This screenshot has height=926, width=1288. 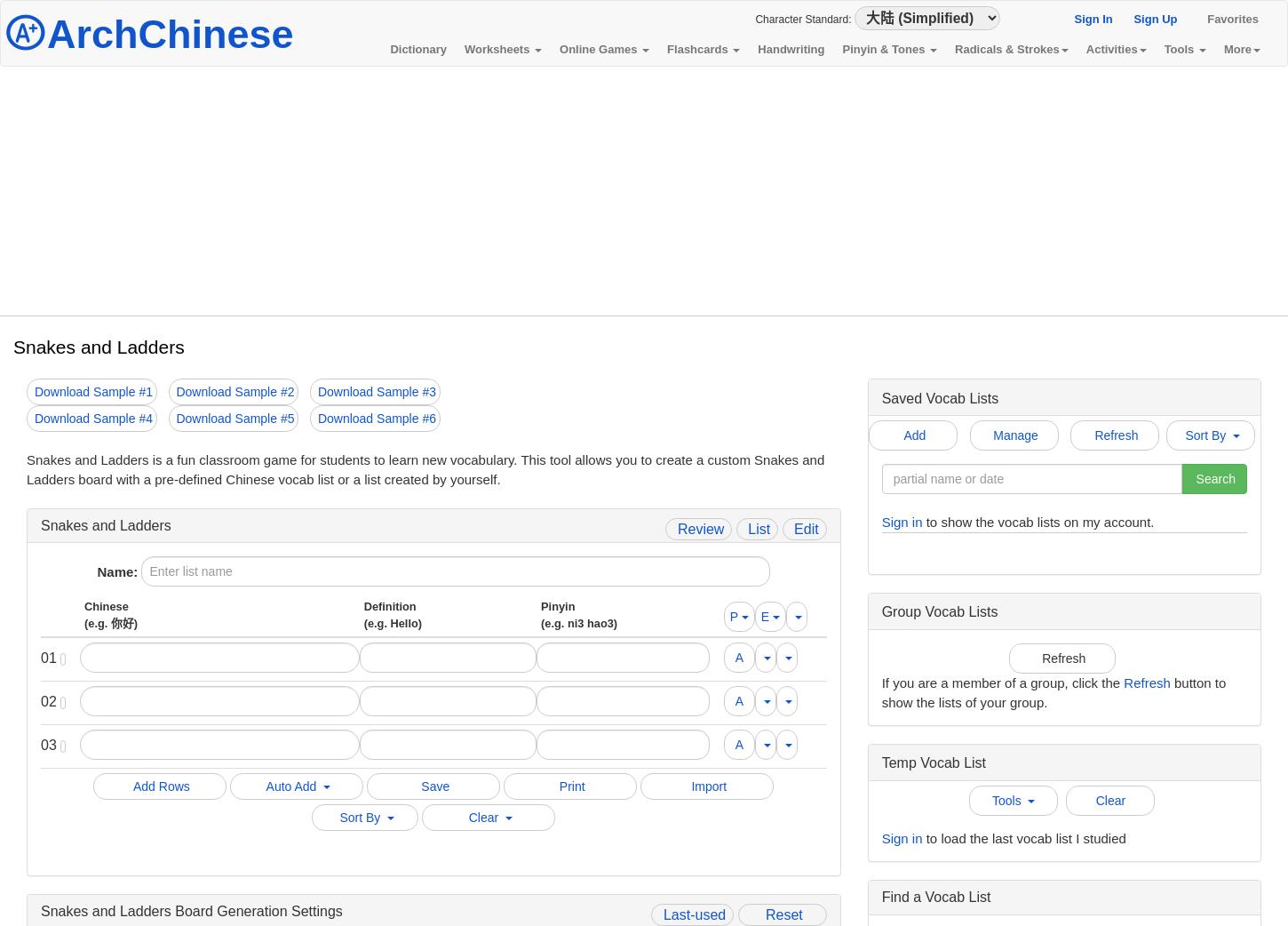 What do you see at coordinates (599, 48) in the screenshot?
I see `'Online Games'` at bounding box center [599, 48].